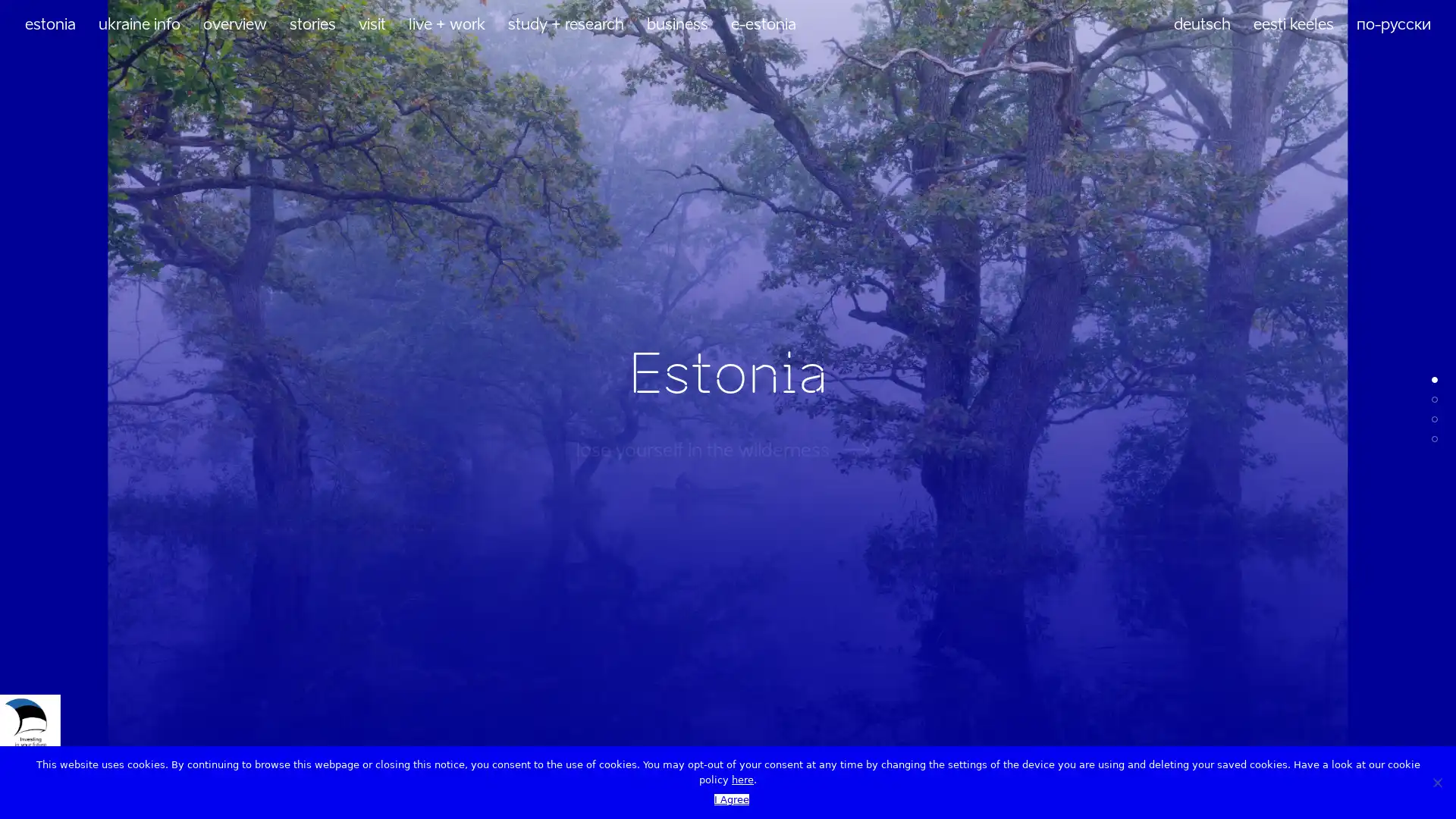 Image resolution: width=1456 pixels, height=819 pixels. I want to click on Submit search, so click(344, 552).